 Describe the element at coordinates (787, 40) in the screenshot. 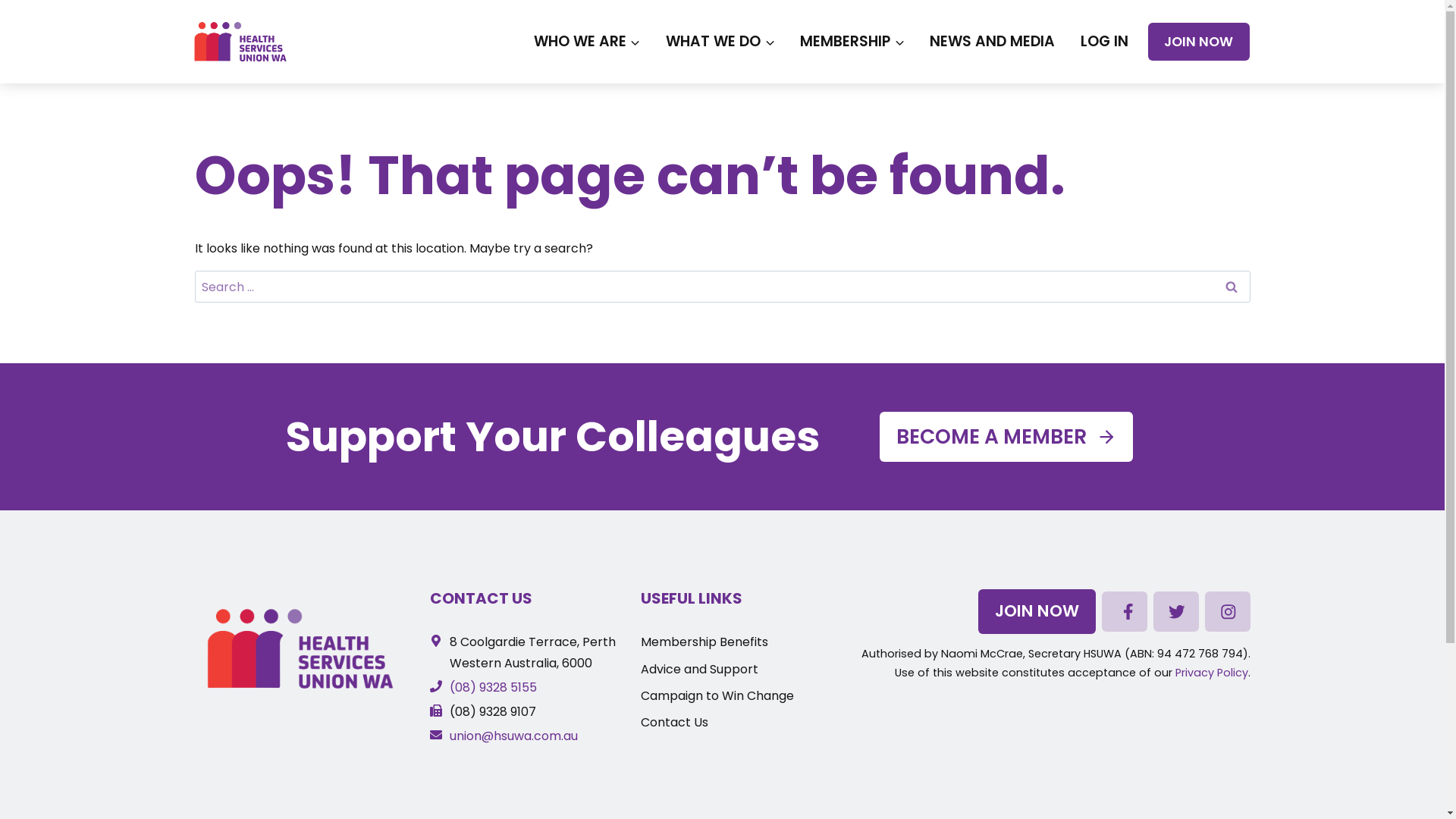

I see `'MEMBERSHIP'` at that location.